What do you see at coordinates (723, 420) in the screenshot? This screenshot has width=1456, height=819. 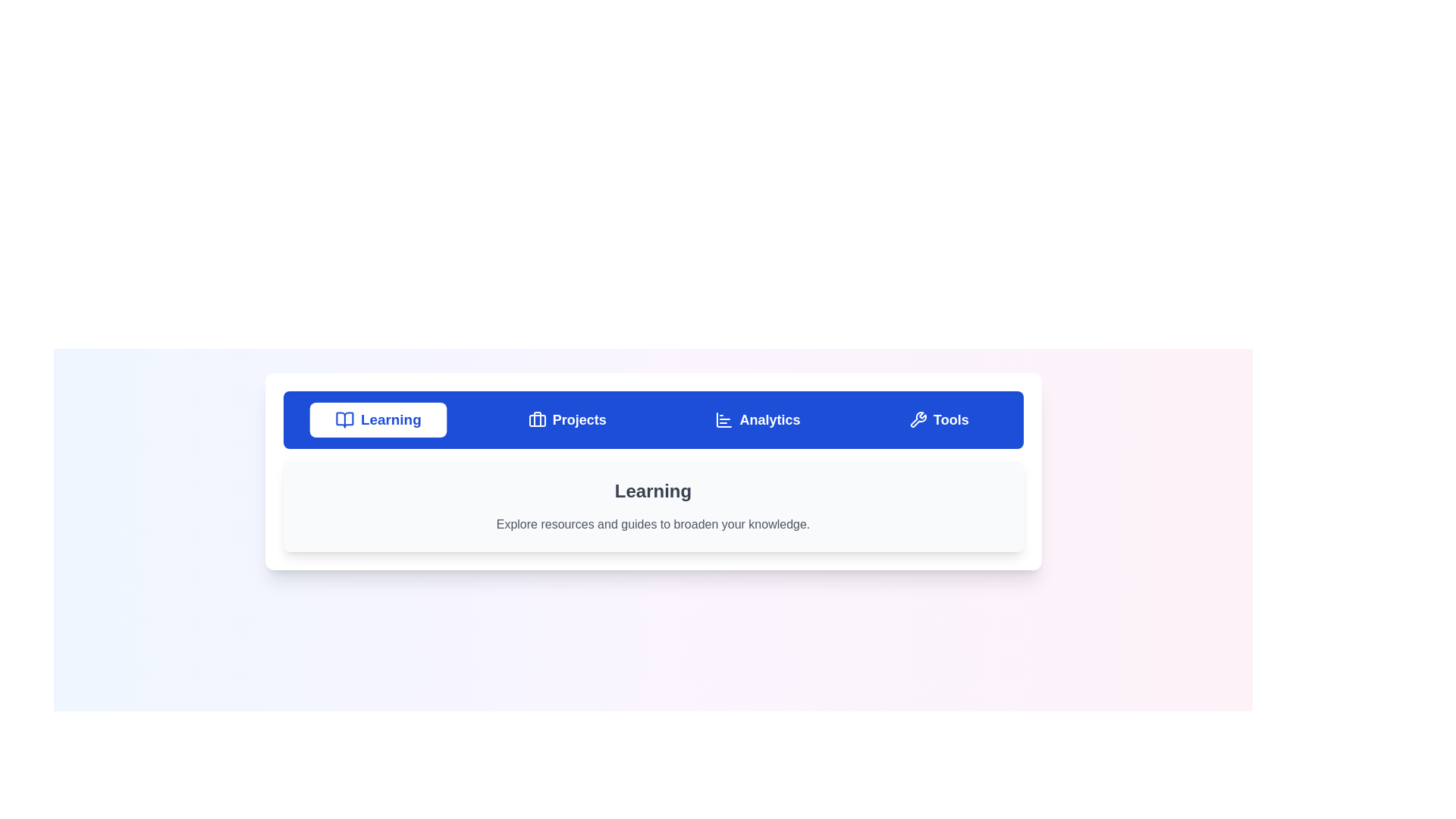 I see `the bar chart icon located within the 'Analytics' button in the horizontal navigation bar` at bounding box center [723, 420].